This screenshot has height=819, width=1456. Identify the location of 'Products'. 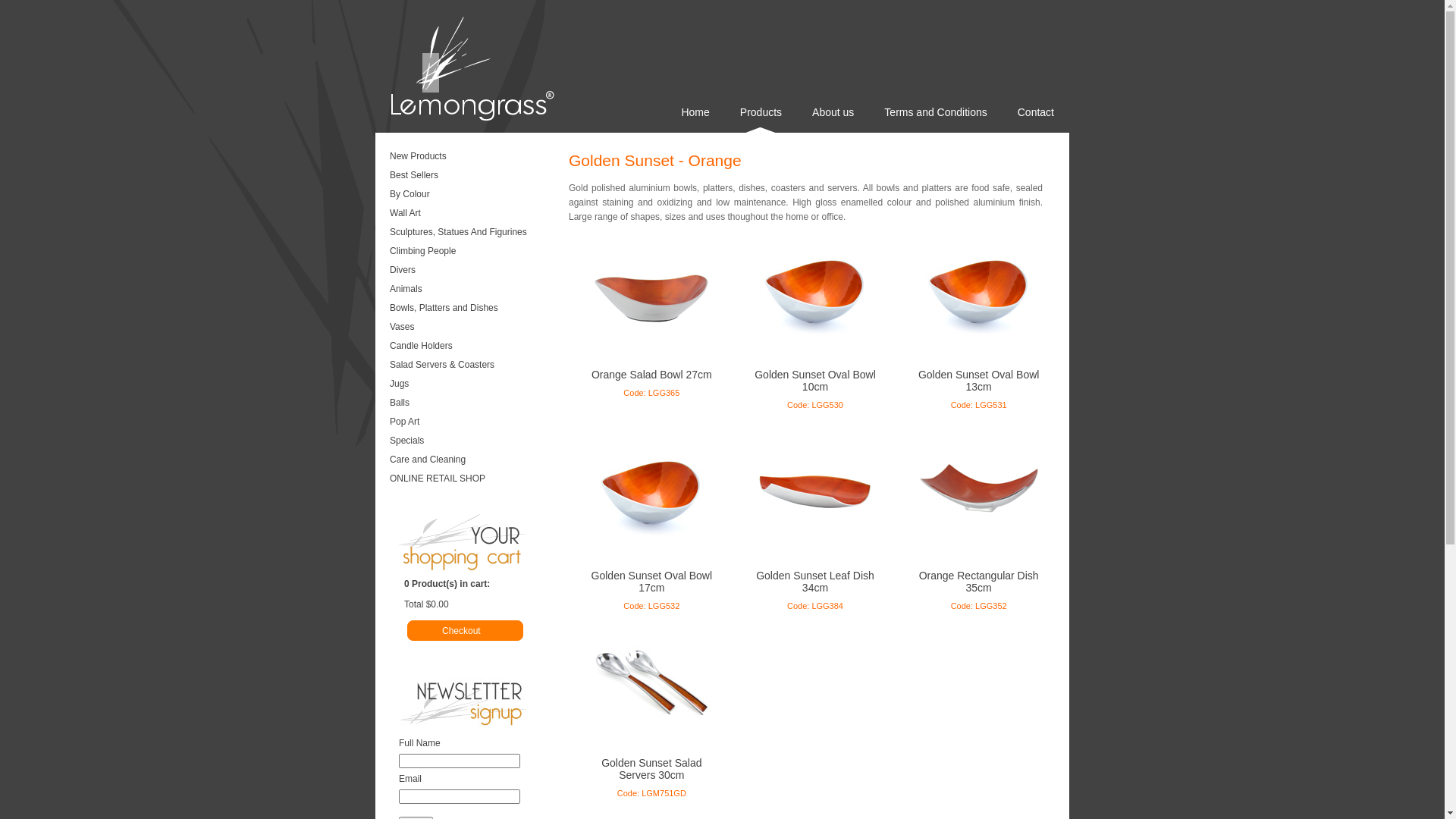
(723, 118).